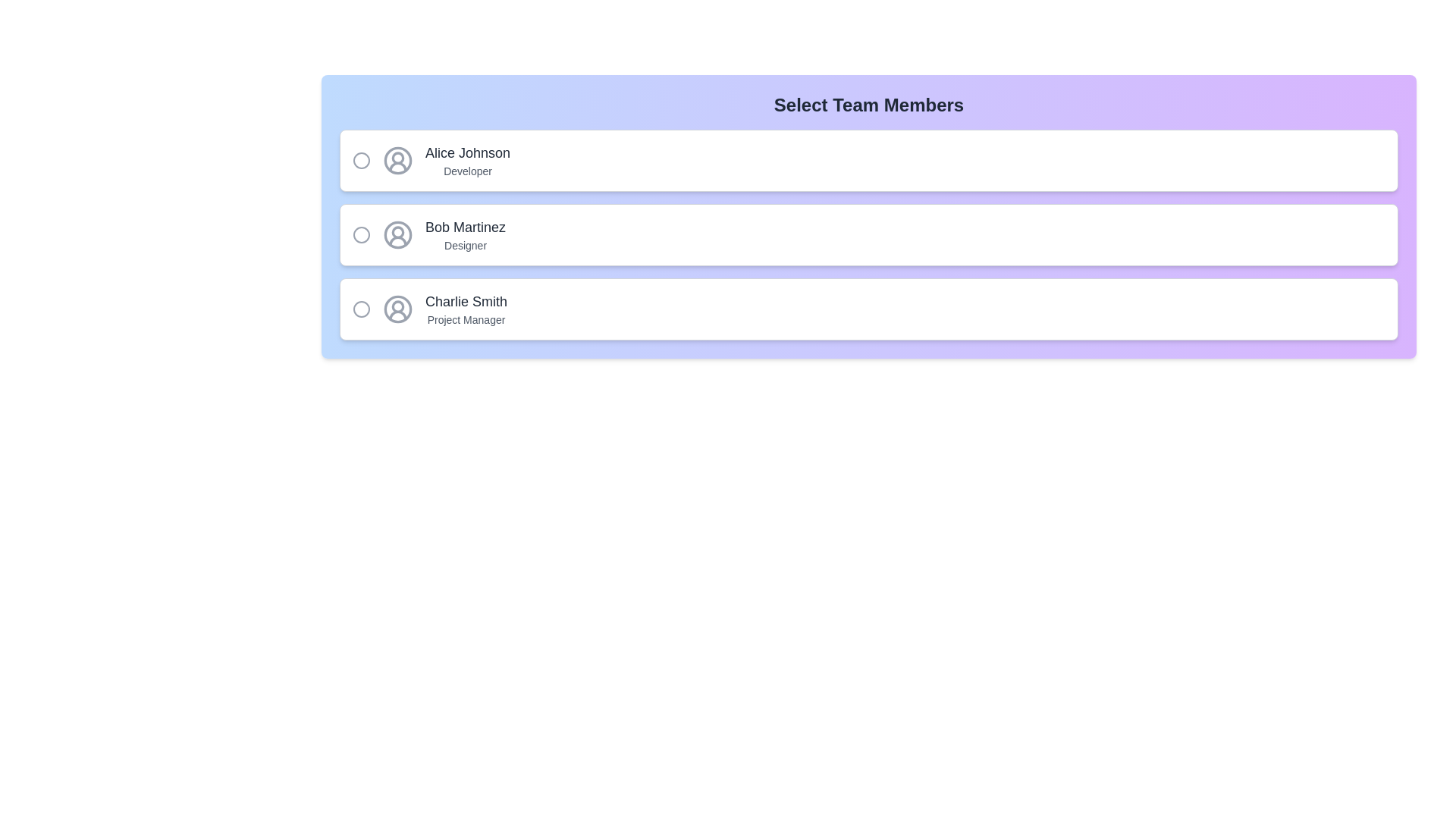  I want to click on the circular hollow graphical element associated with 'Charlie Smith - Project Manager' to indicate an unselected or inactive state, so click(360, 309).